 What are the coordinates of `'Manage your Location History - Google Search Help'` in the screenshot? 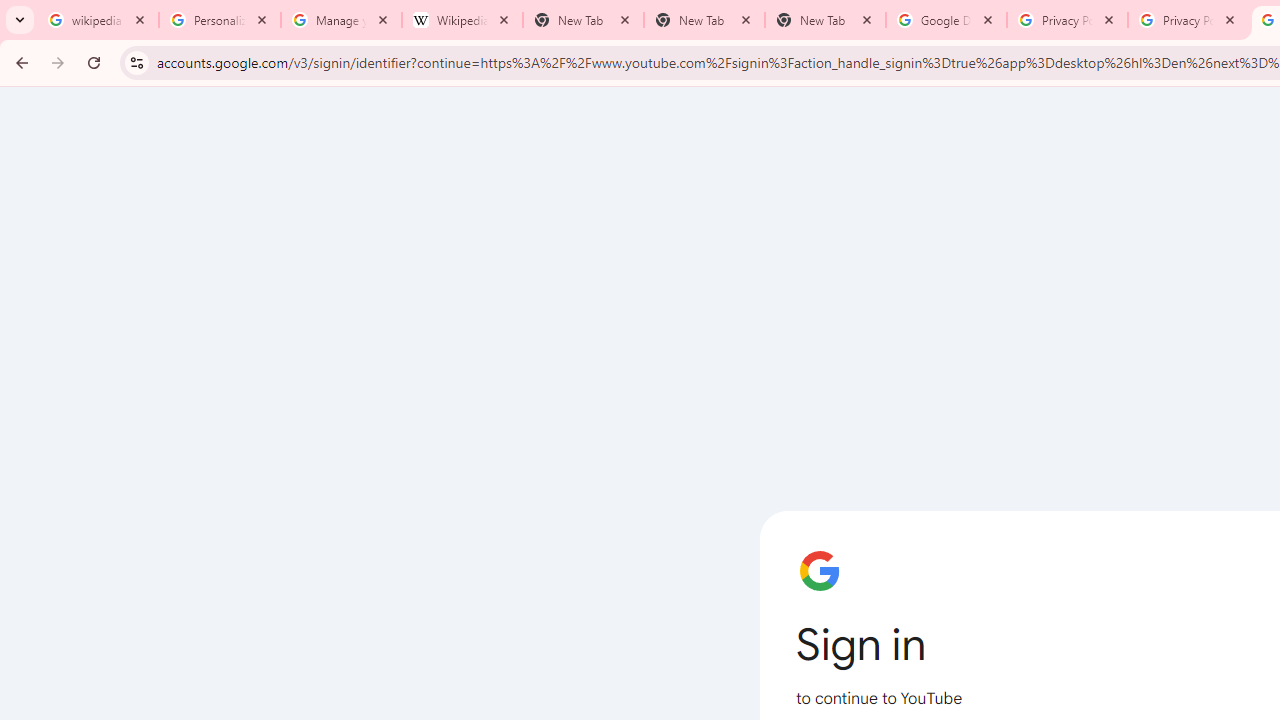 It's located at (341, 20).